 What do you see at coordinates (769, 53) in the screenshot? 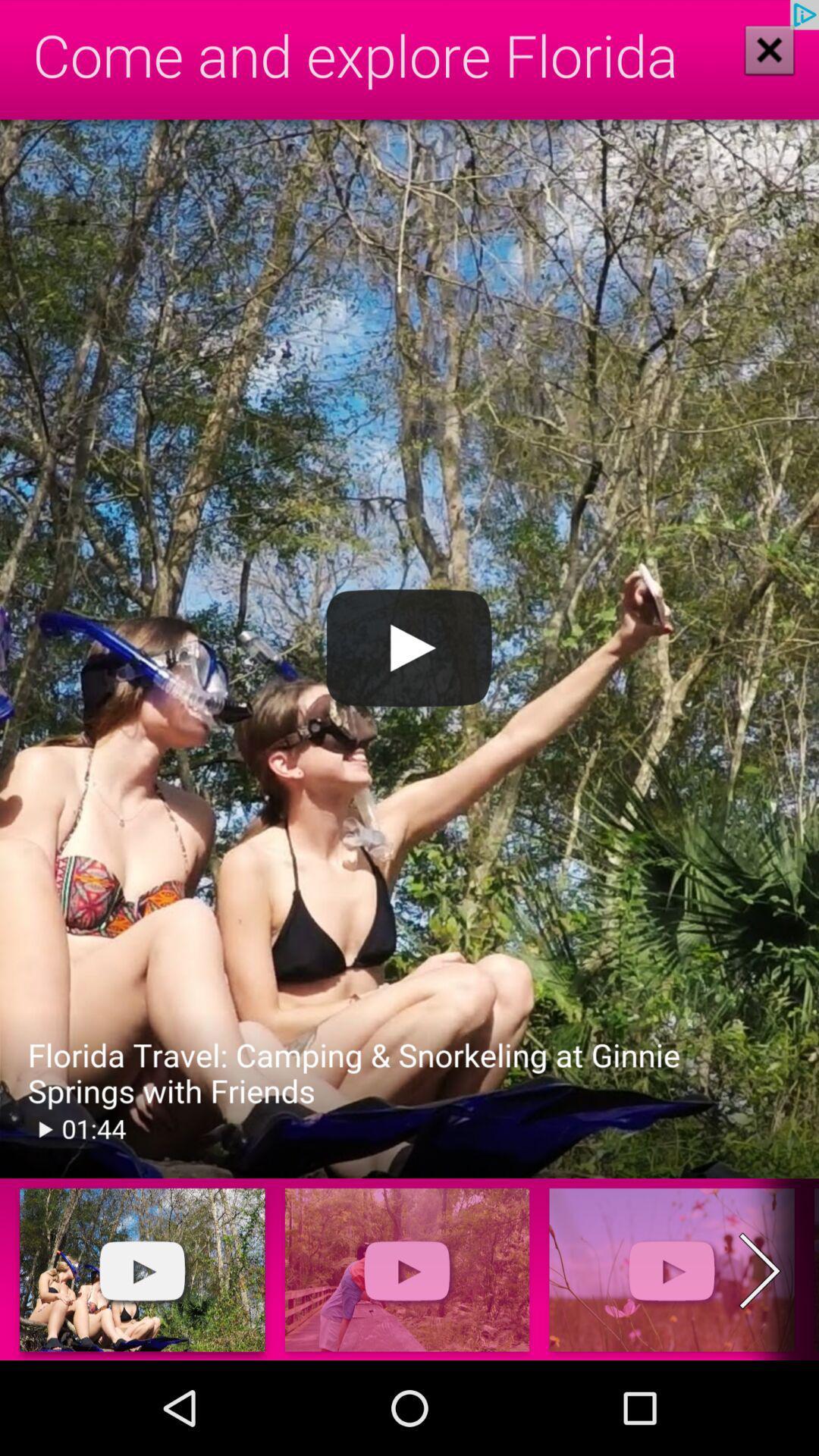
I see `the close icon` at bounding box center [769, 53].